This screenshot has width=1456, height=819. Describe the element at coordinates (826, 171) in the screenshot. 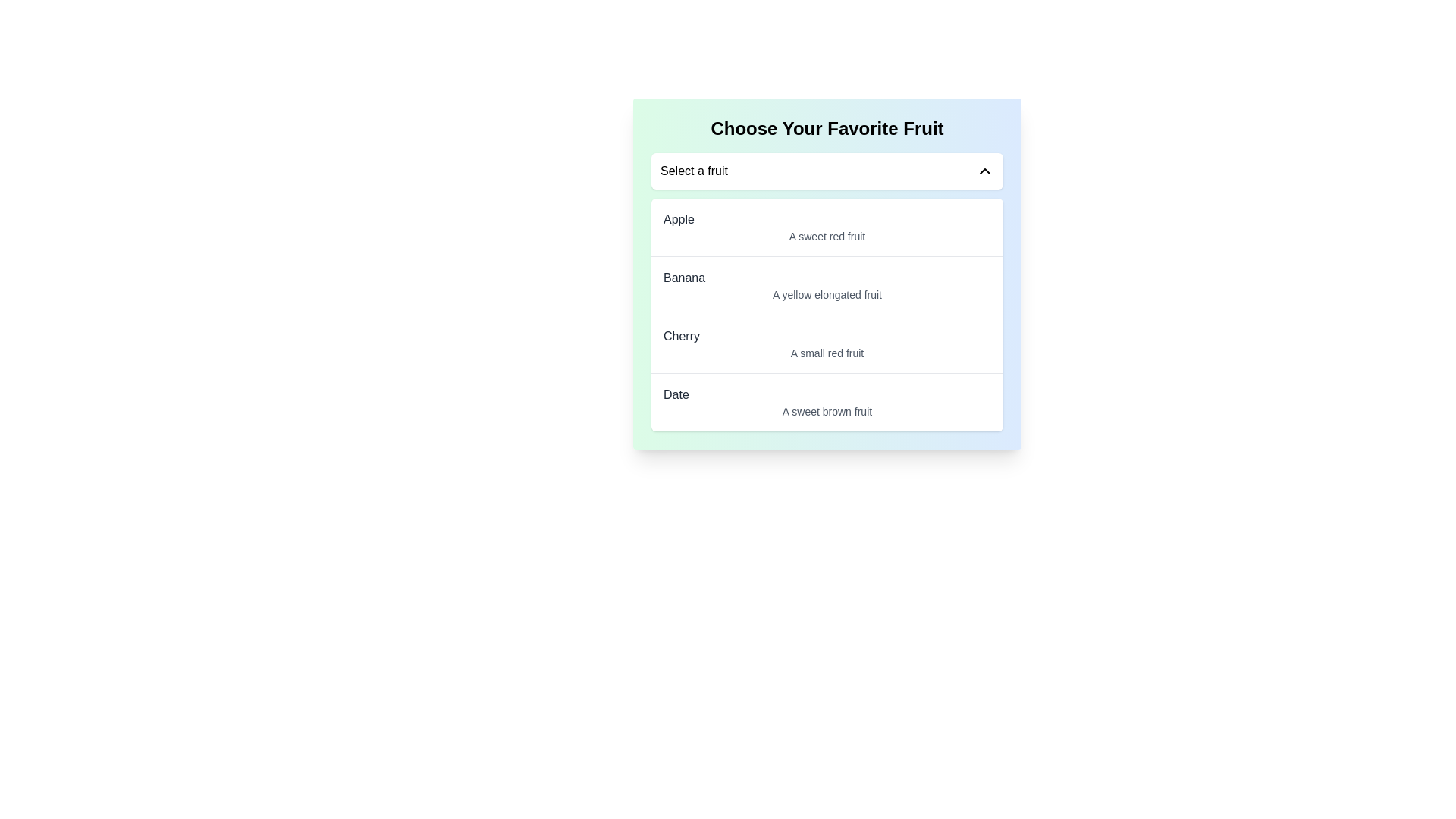

I see `the dropdown menu trigger for 'Choose Your Favorite Fruit'` at that location.